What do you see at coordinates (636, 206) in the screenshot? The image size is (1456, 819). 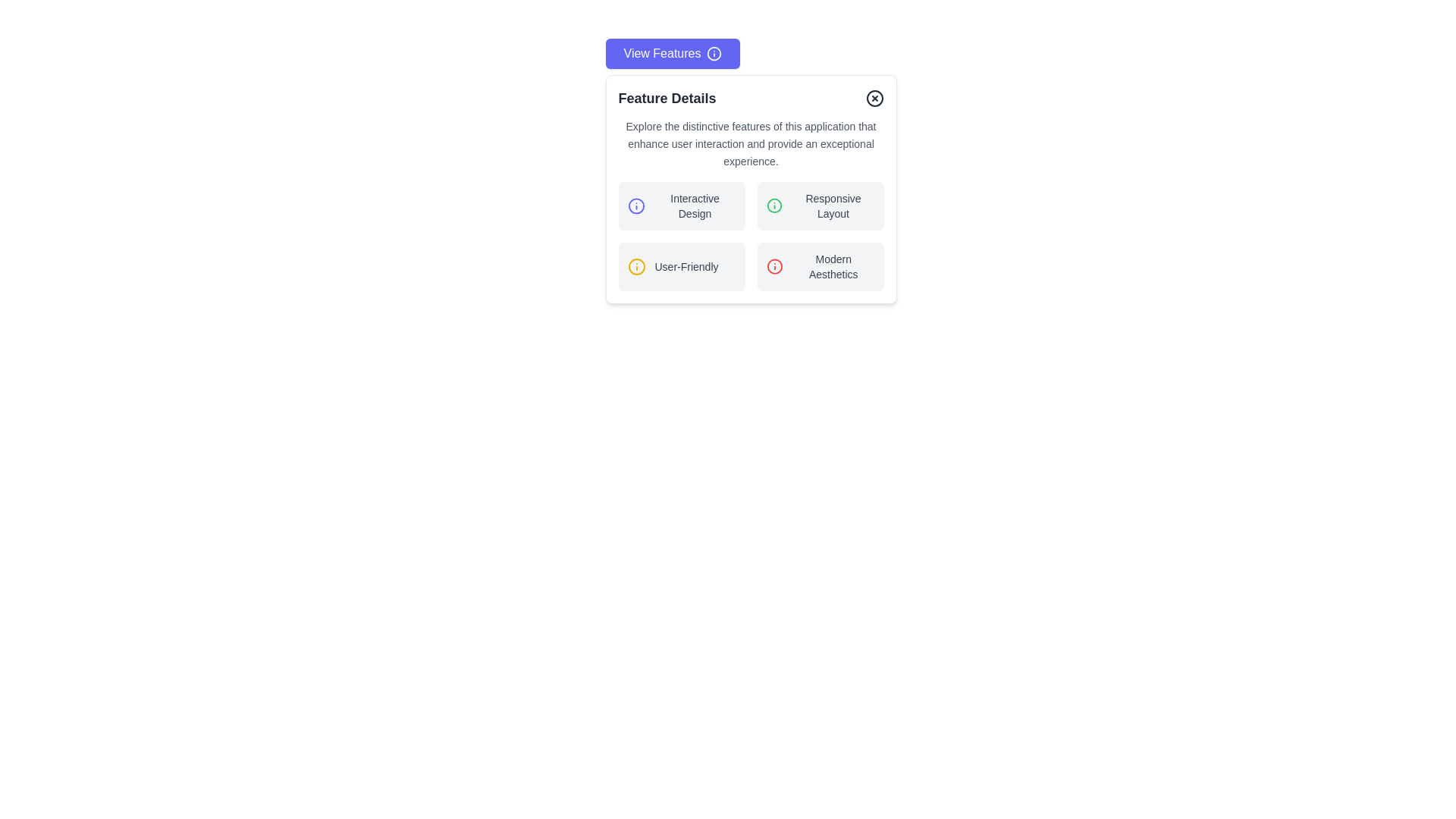 I see `the circular icon with a stroke outline located within the 'Interactive Design' button in the Feature Details section` at bounding box center [636, 206].